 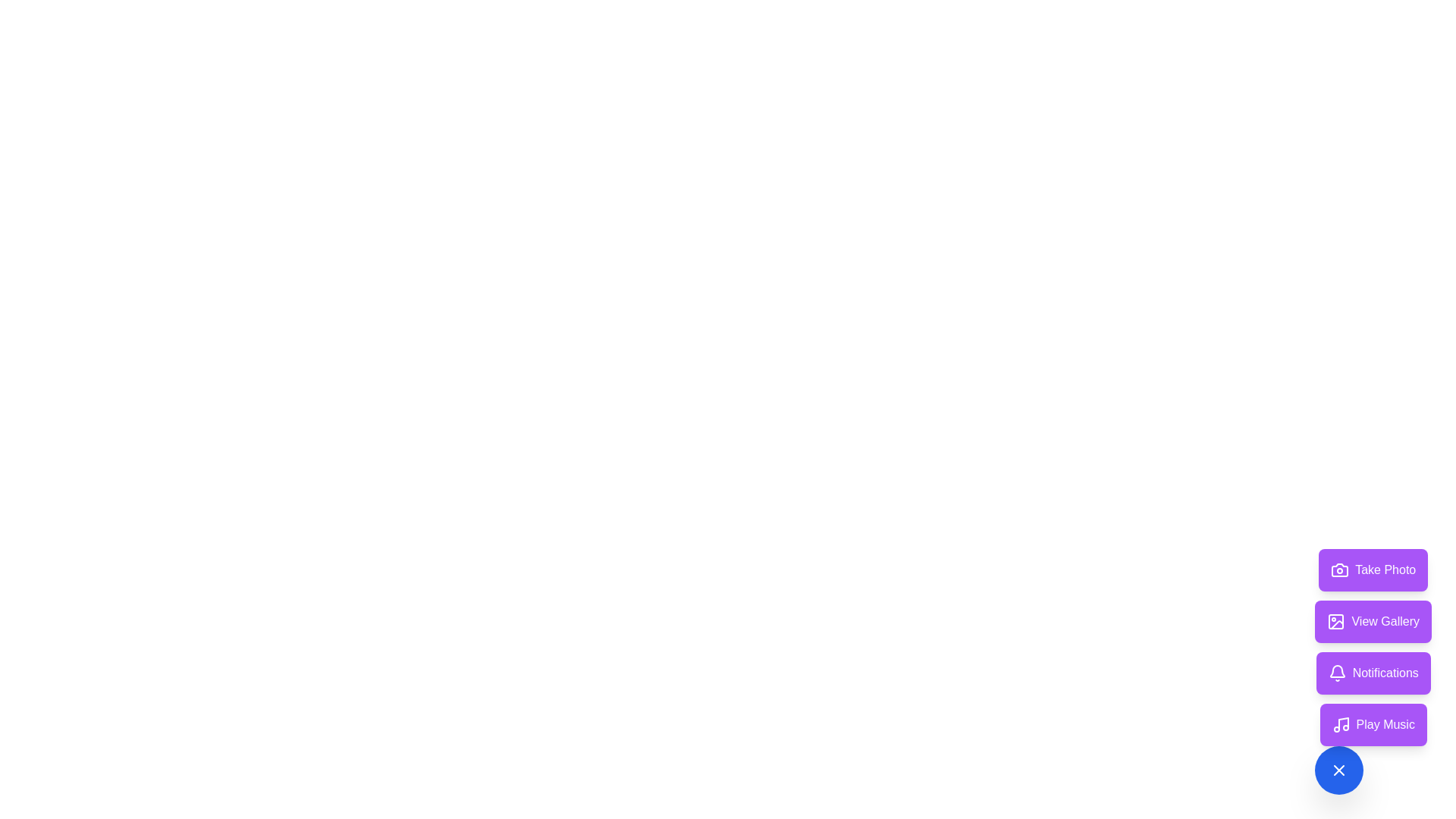 I want to click on the close or dismiss button located at the bottom-right corner of the interface, so click(x=1339, y=770).